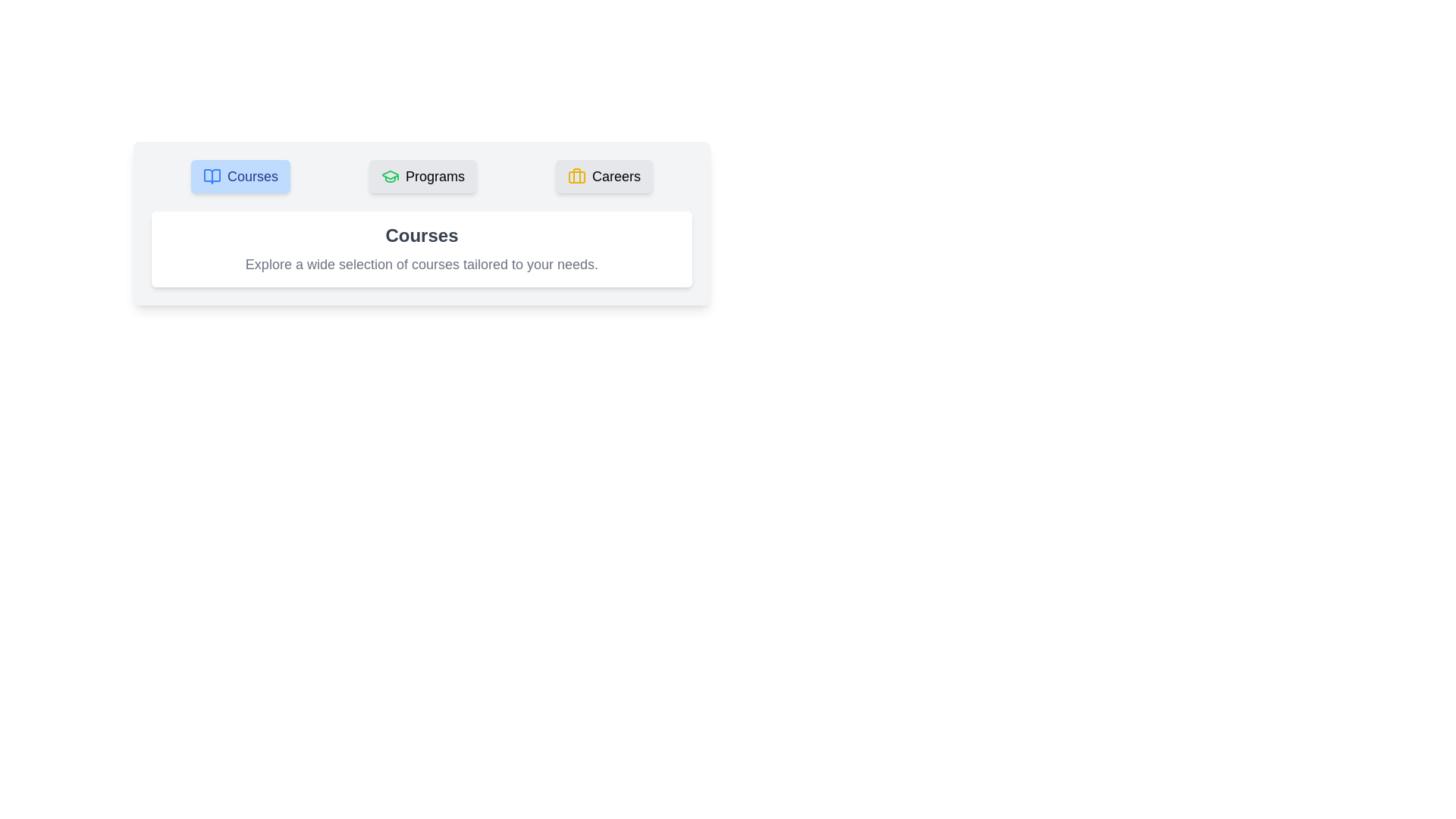 The width and height of the screenshot is (1456, 819). I want to click on the tab labeled Careers to observe its hover effect, so click(603, 175).